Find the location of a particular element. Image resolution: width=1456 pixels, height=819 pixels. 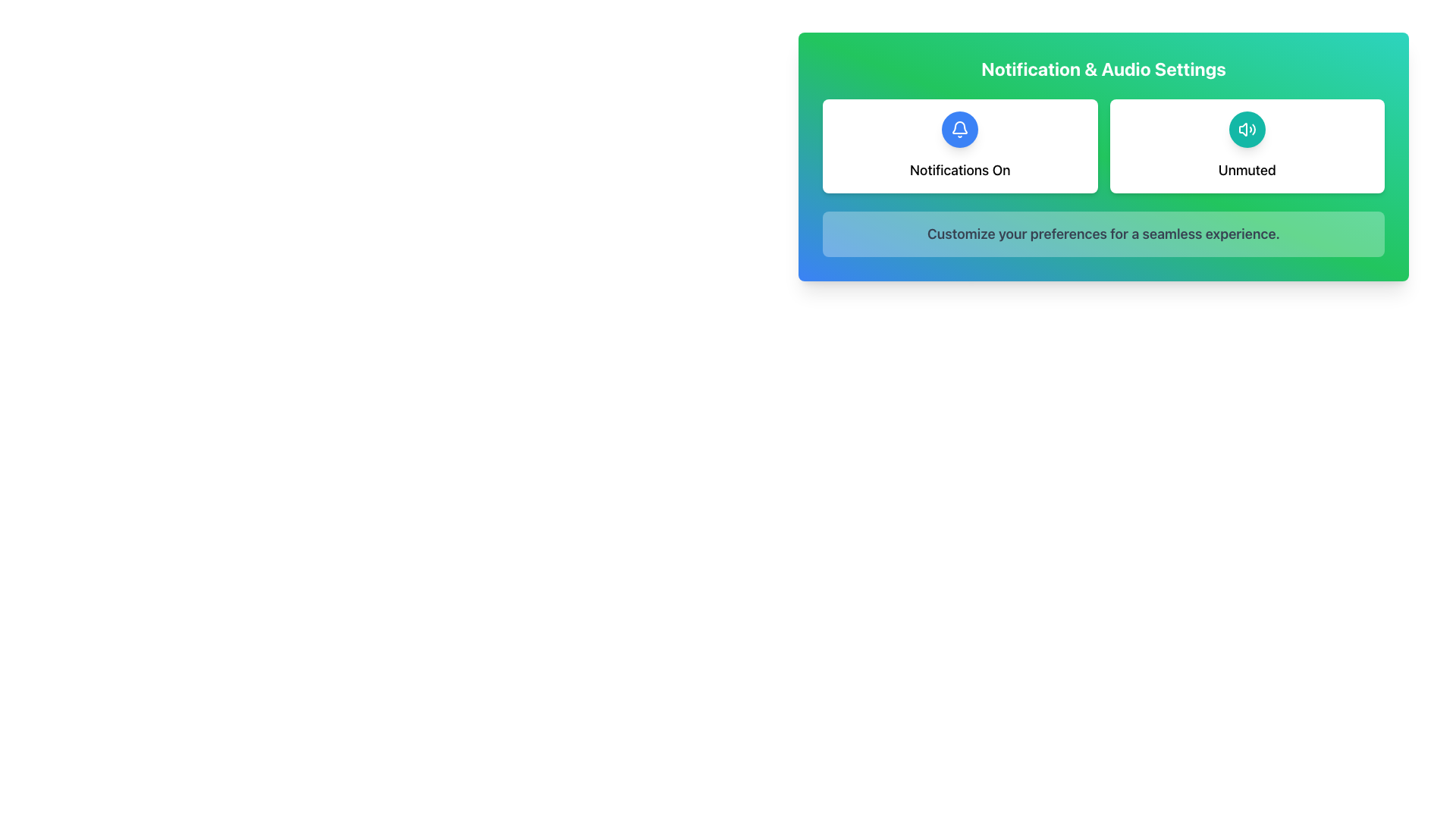

information displayed in the header section for the 'Notification & Audio Settings', which is located at the top-center of the settings section is located at coordinates (1103, 157).